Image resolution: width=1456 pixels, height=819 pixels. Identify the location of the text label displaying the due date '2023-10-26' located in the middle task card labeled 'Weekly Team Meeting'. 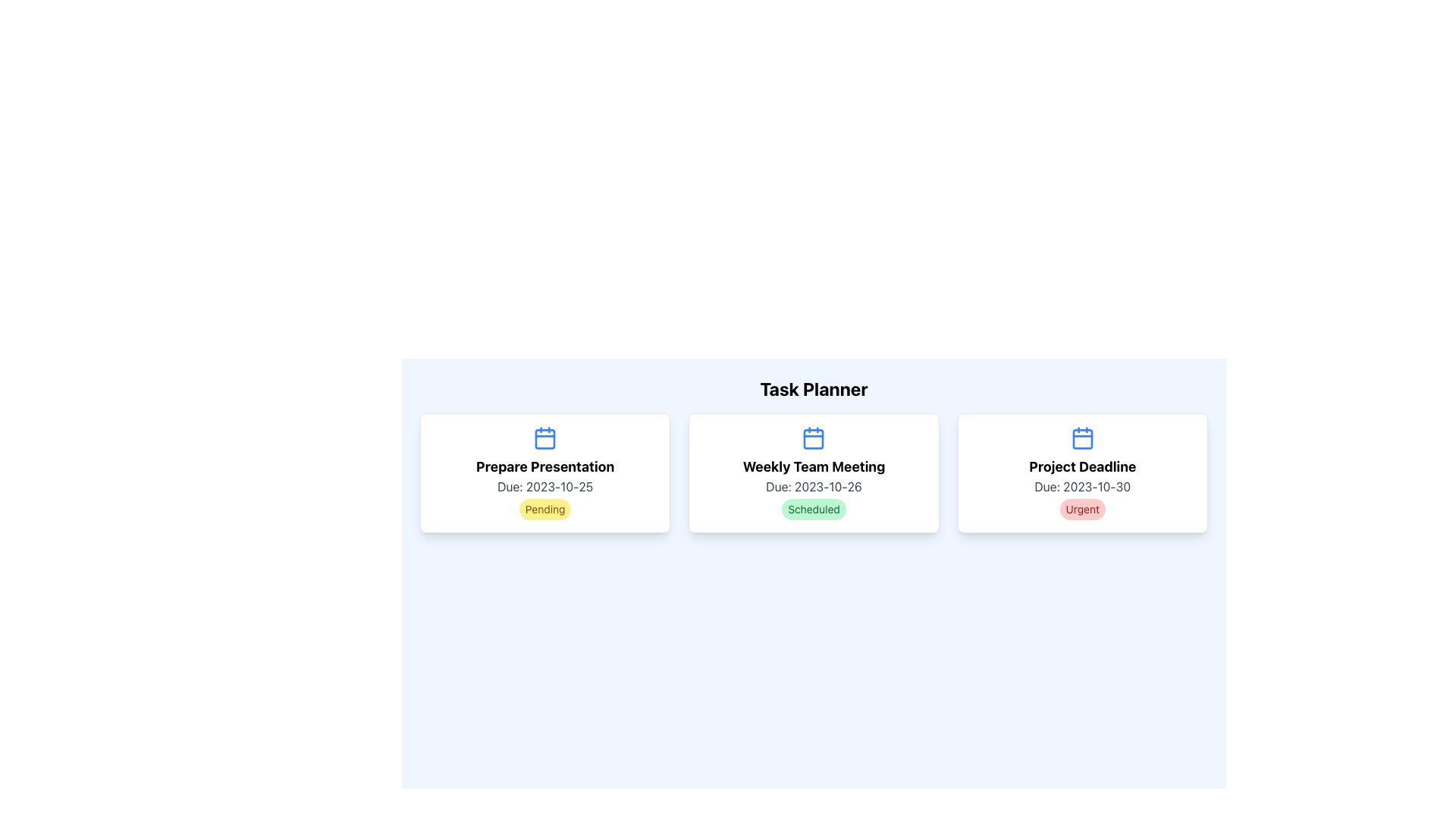
(813, 486).